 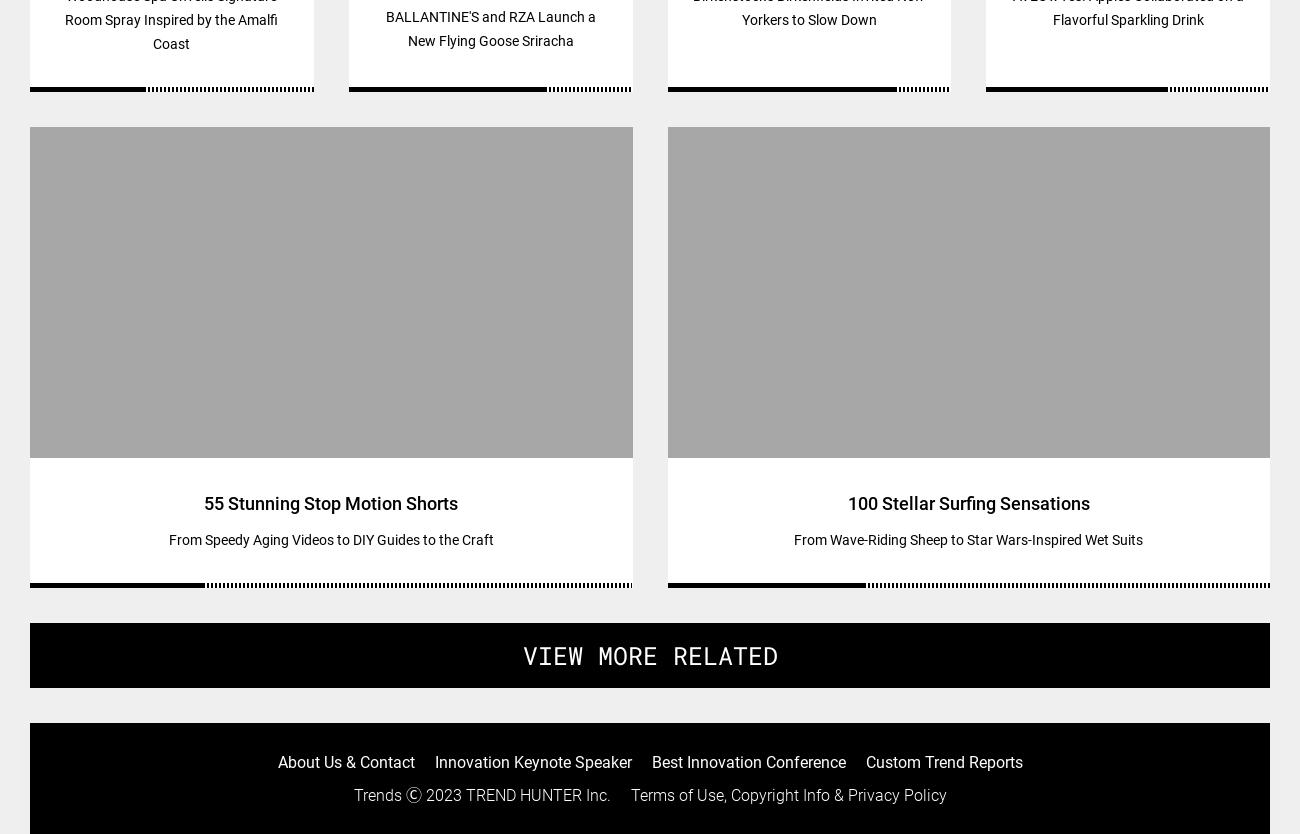 I want to click on '55 Stunning Stop Motion Shorts', so click(x=203, y=502).